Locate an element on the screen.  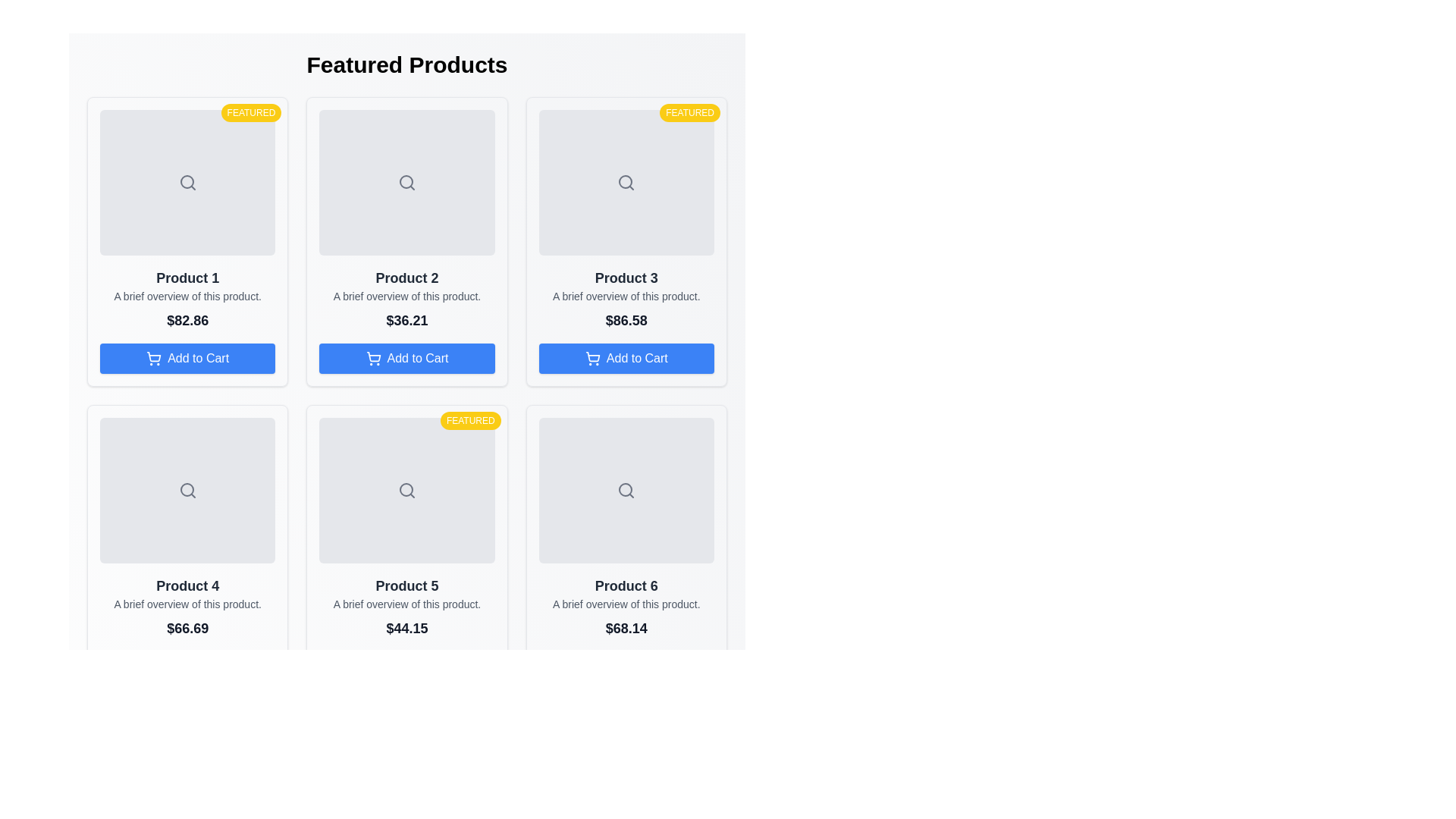
the cart icon located within the blue 'Add to Cart' button of the second product card in the top row, second column under the 'Featured Products' title is located at coordinates (373, 359).